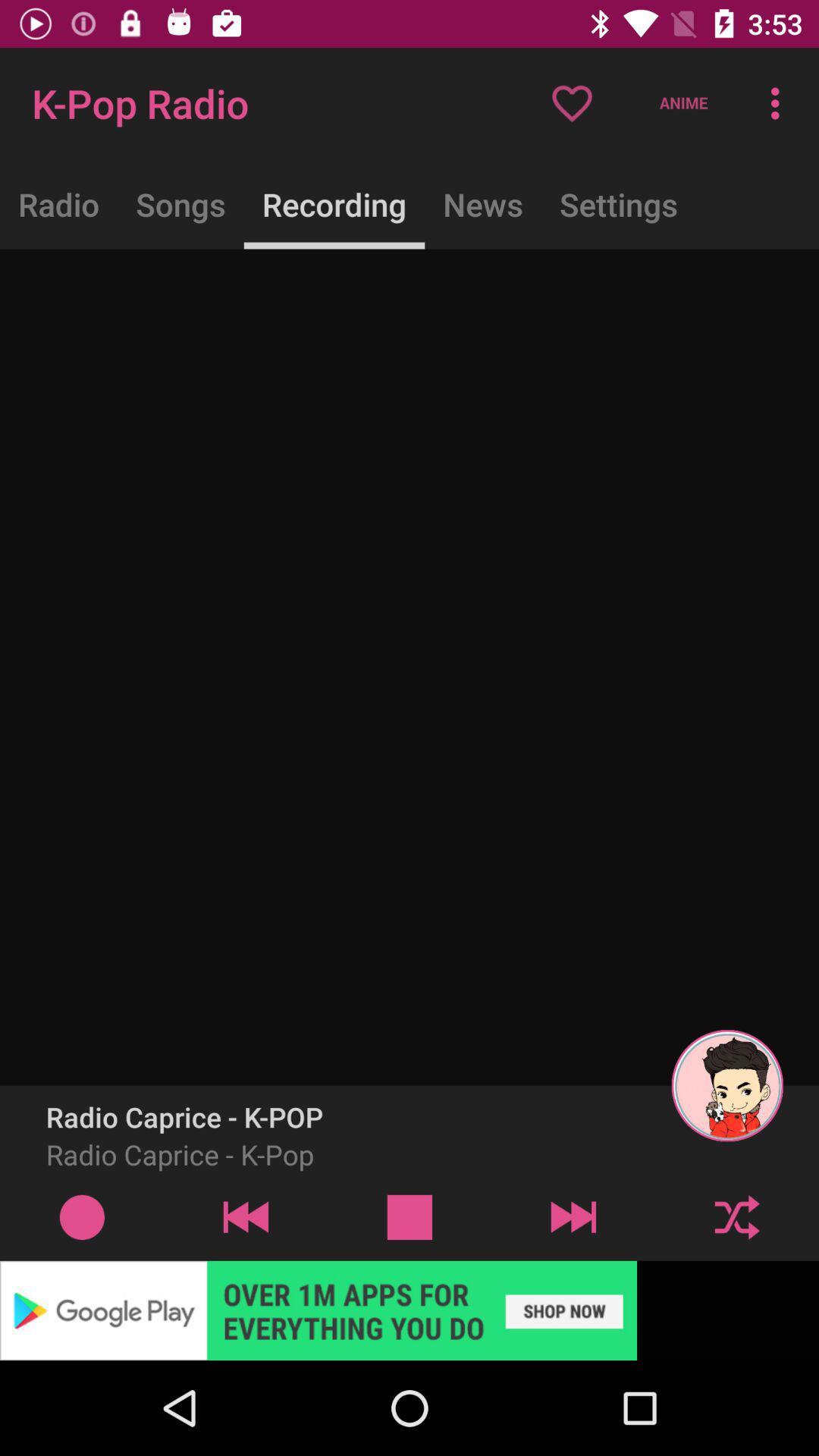 Image resolution: width=819 pixels, height=1456 pixels. I want to click on backward option, so click(245, 1216).